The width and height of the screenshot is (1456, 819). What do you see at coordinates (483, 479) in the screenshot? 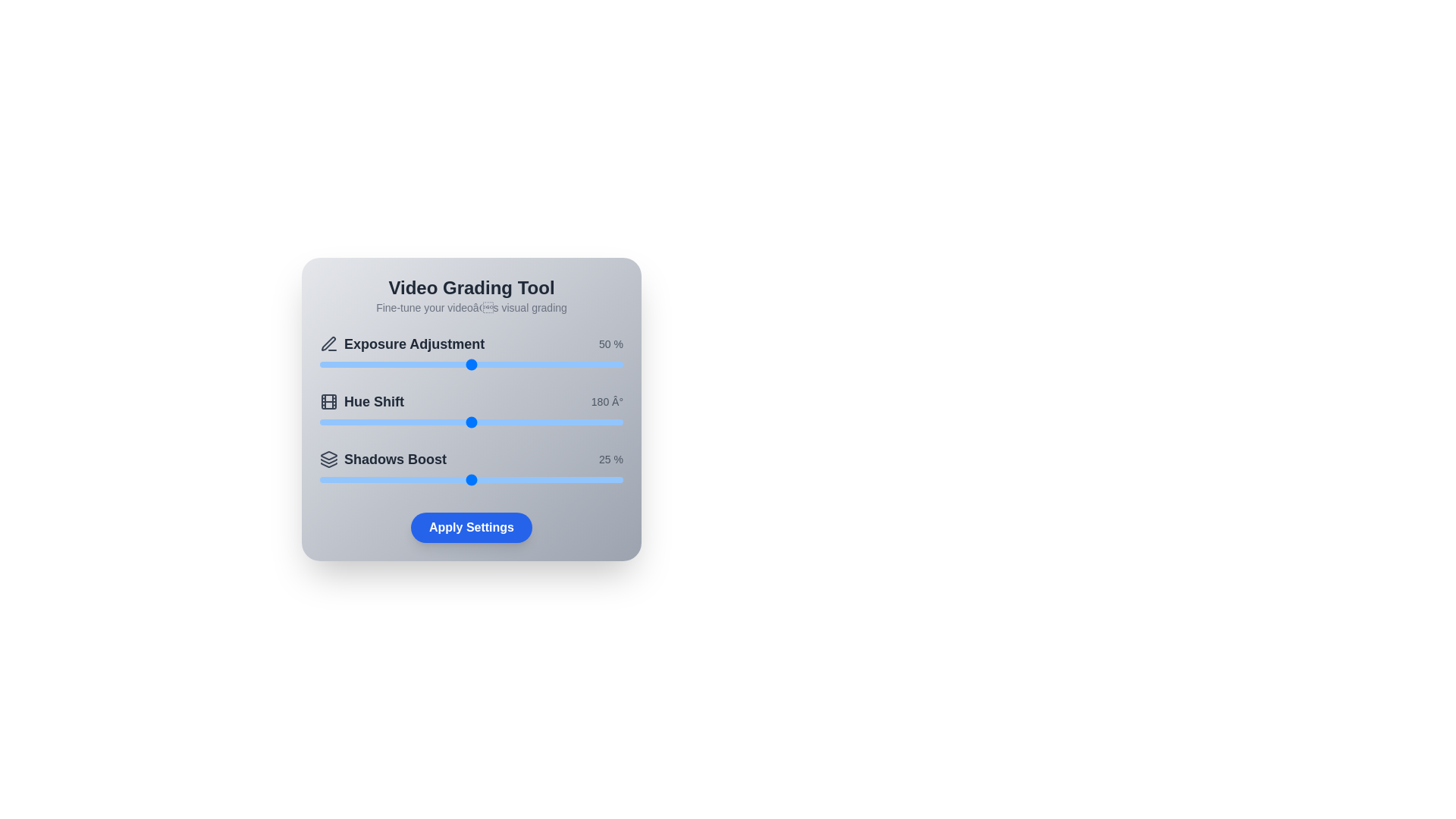
I see `the 'Shadows Boost' slider` at bounding box center [483, 479].